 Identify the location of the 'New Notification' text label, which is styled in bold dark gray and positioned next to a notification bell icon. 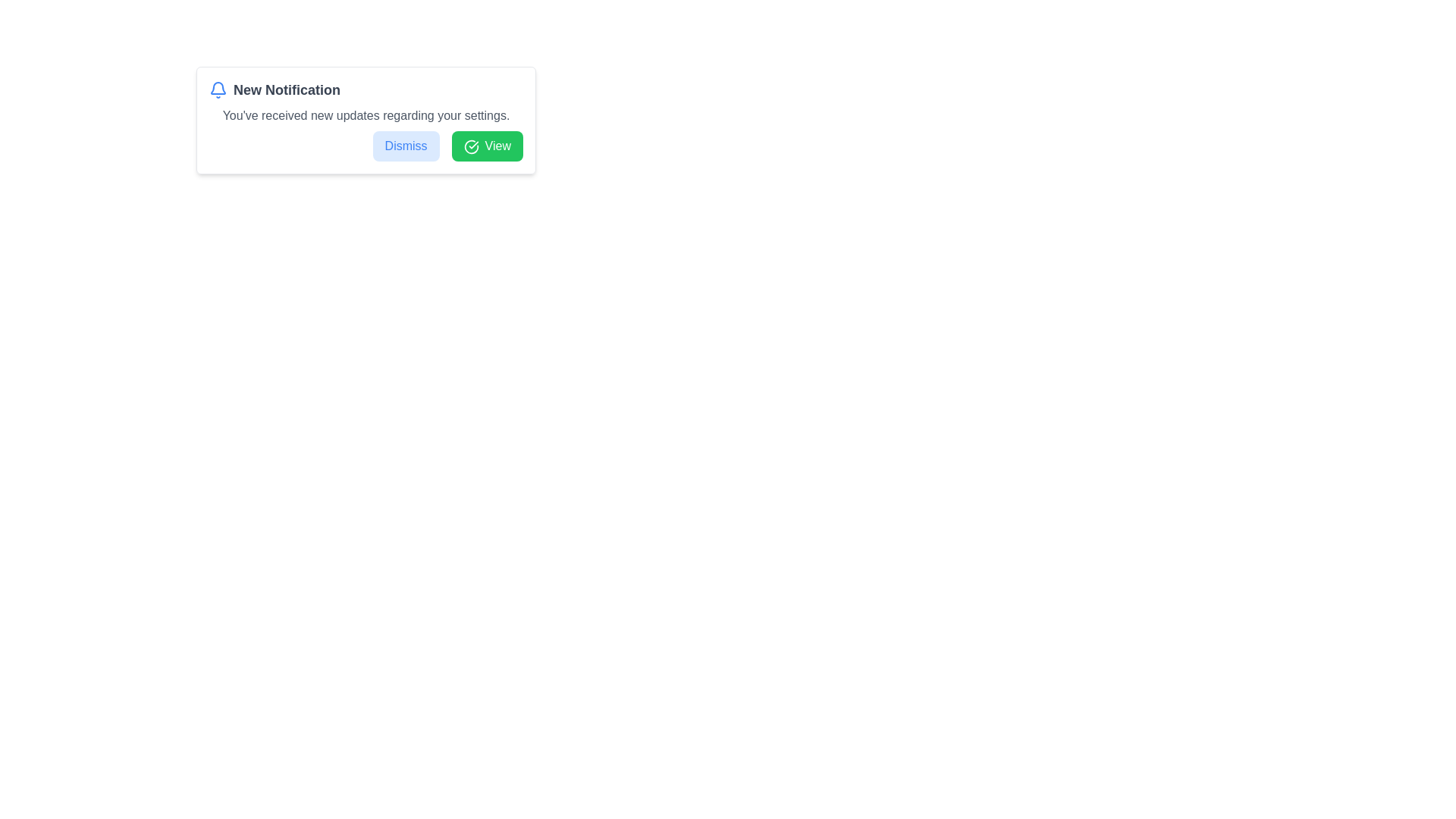
(287, 90).